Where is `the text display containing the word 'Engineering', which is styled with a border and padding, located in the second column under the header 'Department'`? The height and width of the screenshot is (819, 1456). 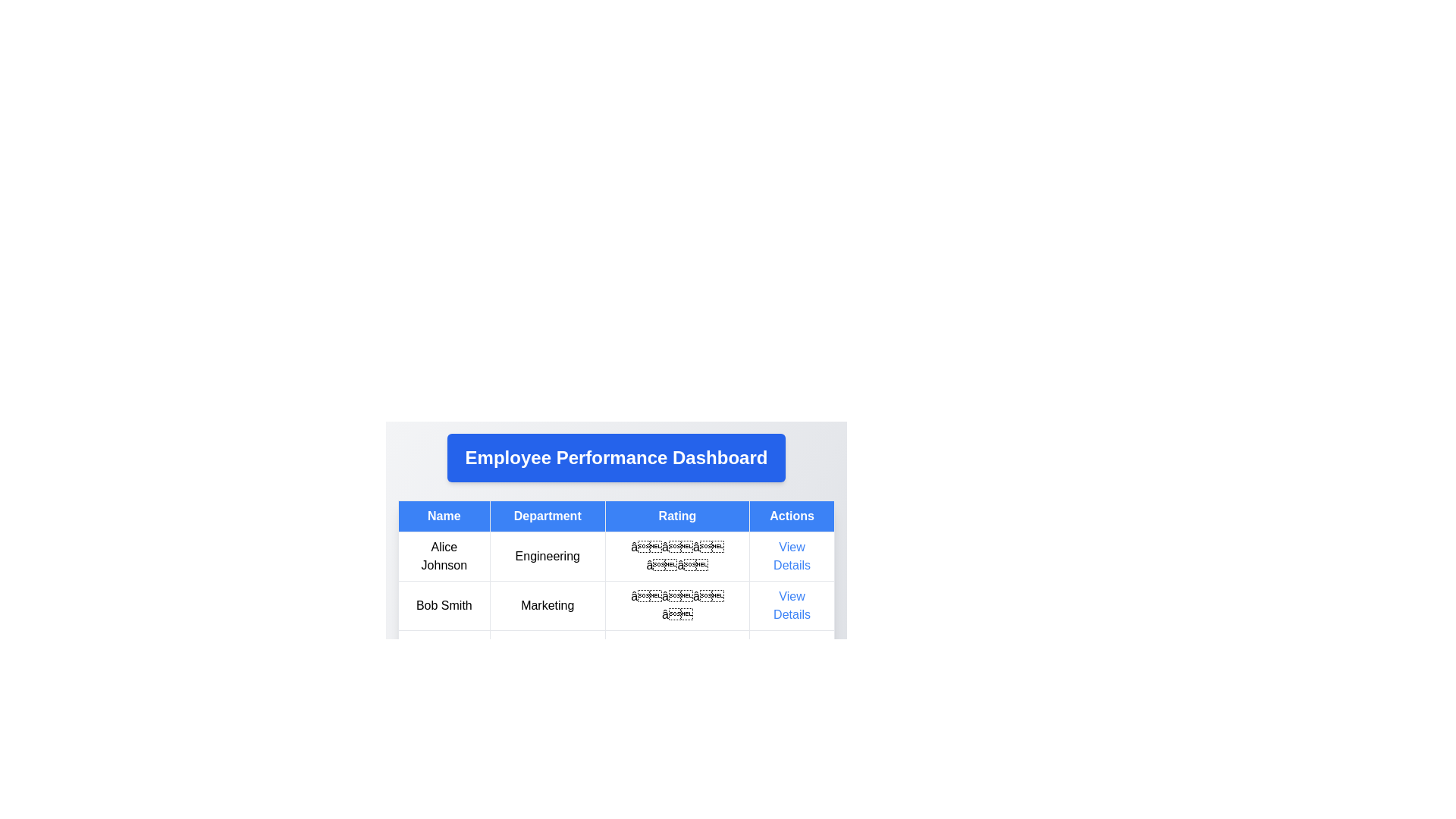 the text display containing the word 'Engineering', which is styled with a border and padding, located in the second column under the header 'Department' is located at coordinates (547, 556).